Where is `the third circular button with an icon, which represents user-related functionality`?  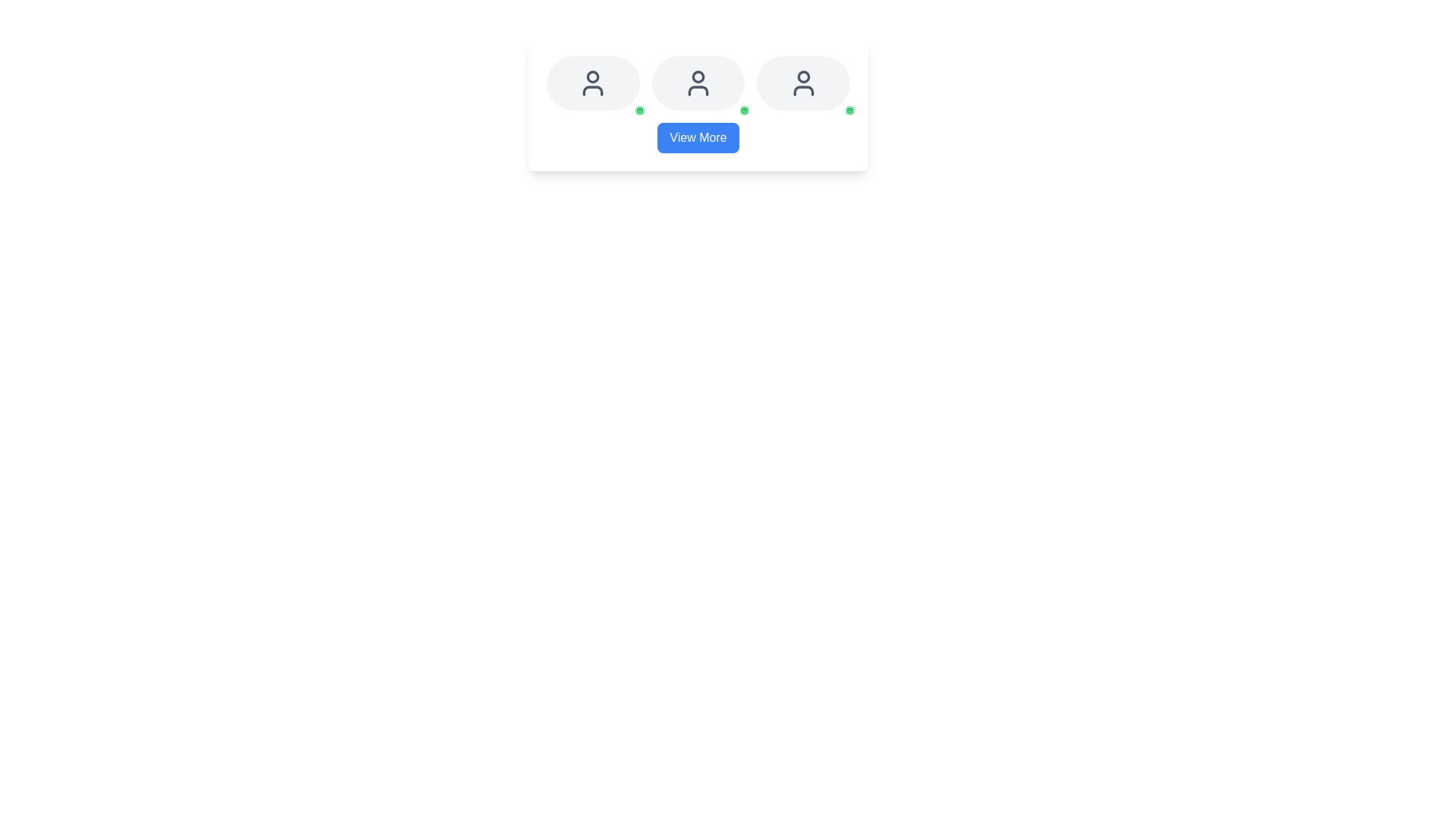
the third circular button with an icon, which represents user-related functionality is located at coordinates (802, 83).